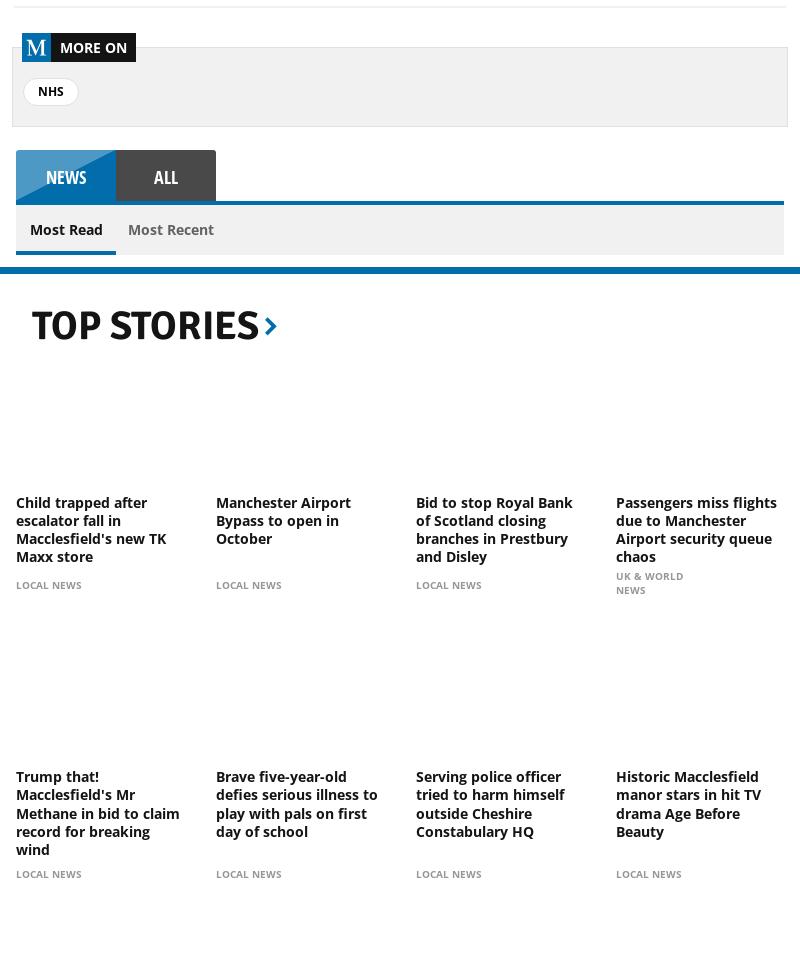 The width and height of the screenshot is (800, 971). Describe the element at coordinates (90, 528) in the screenshot. I see `'Child trapped after escalator fall in Macclesfield's new TK Maxx store'` at that location.